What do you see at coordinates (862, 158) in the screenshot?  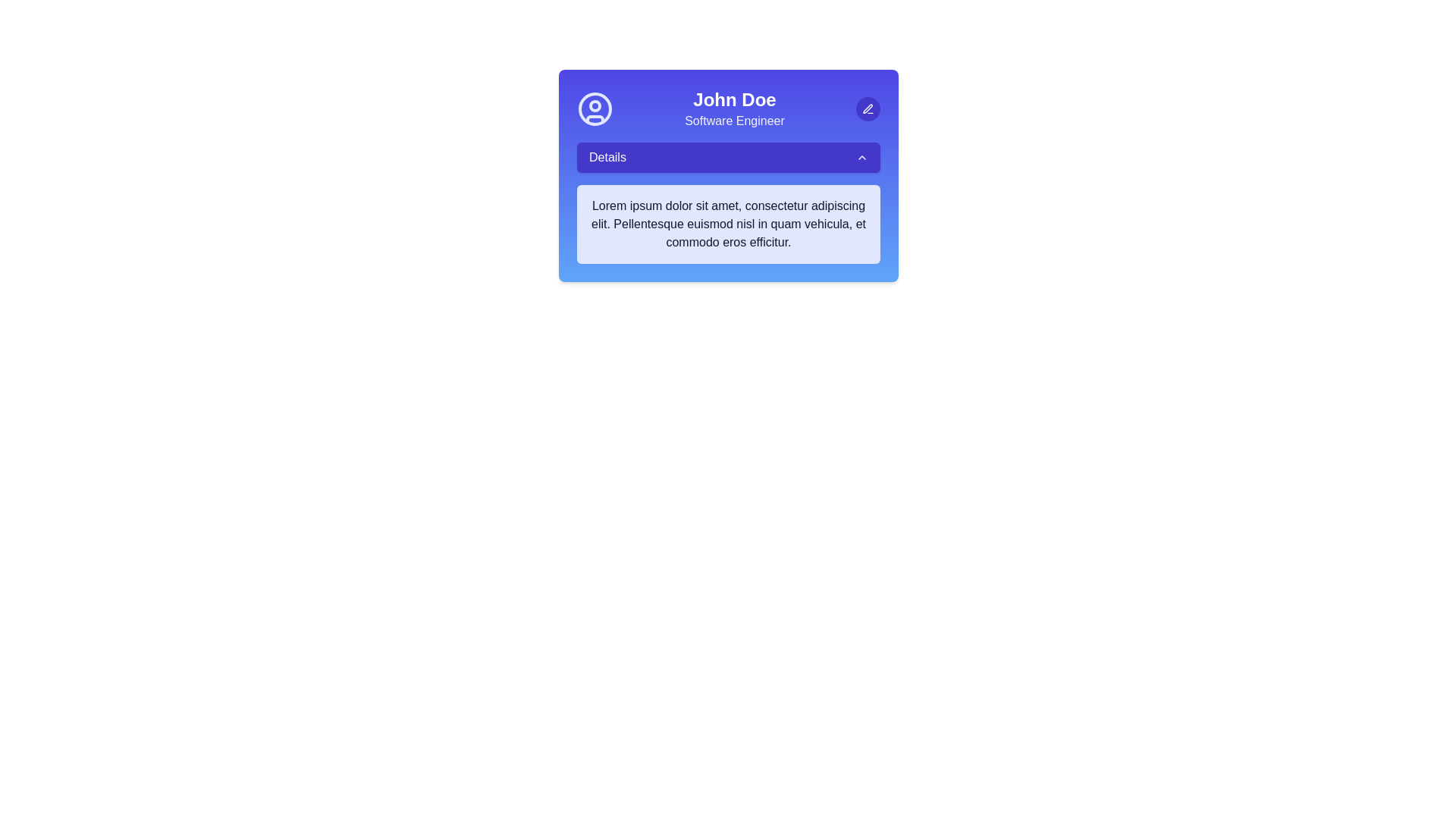 I see `the upward-pointing chevron icon located inside the 'Details' button` at bounding box center [862, 158].